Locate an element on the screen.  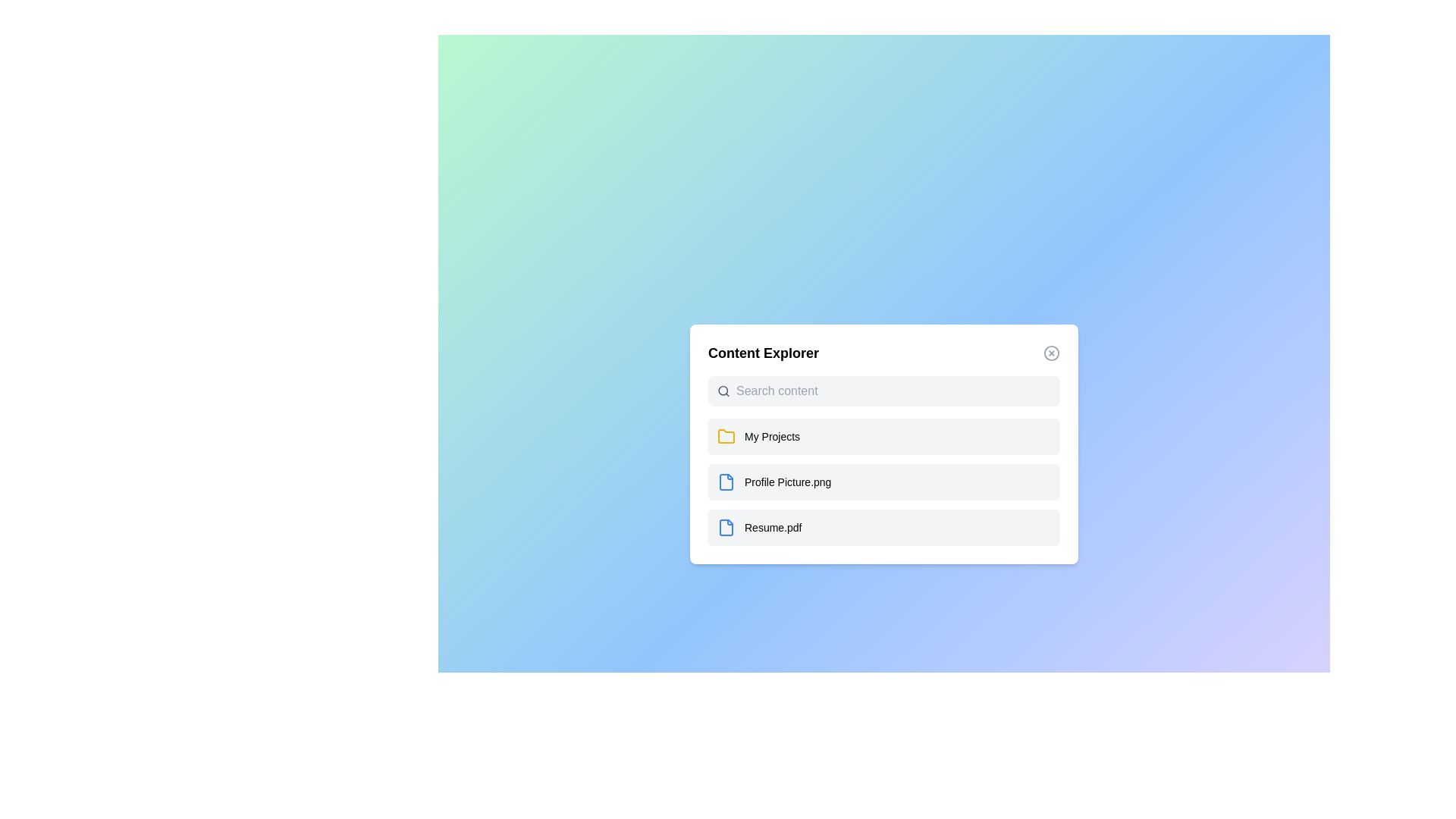
the search input field and type 'example search query' is located at coordinates (893, 391).